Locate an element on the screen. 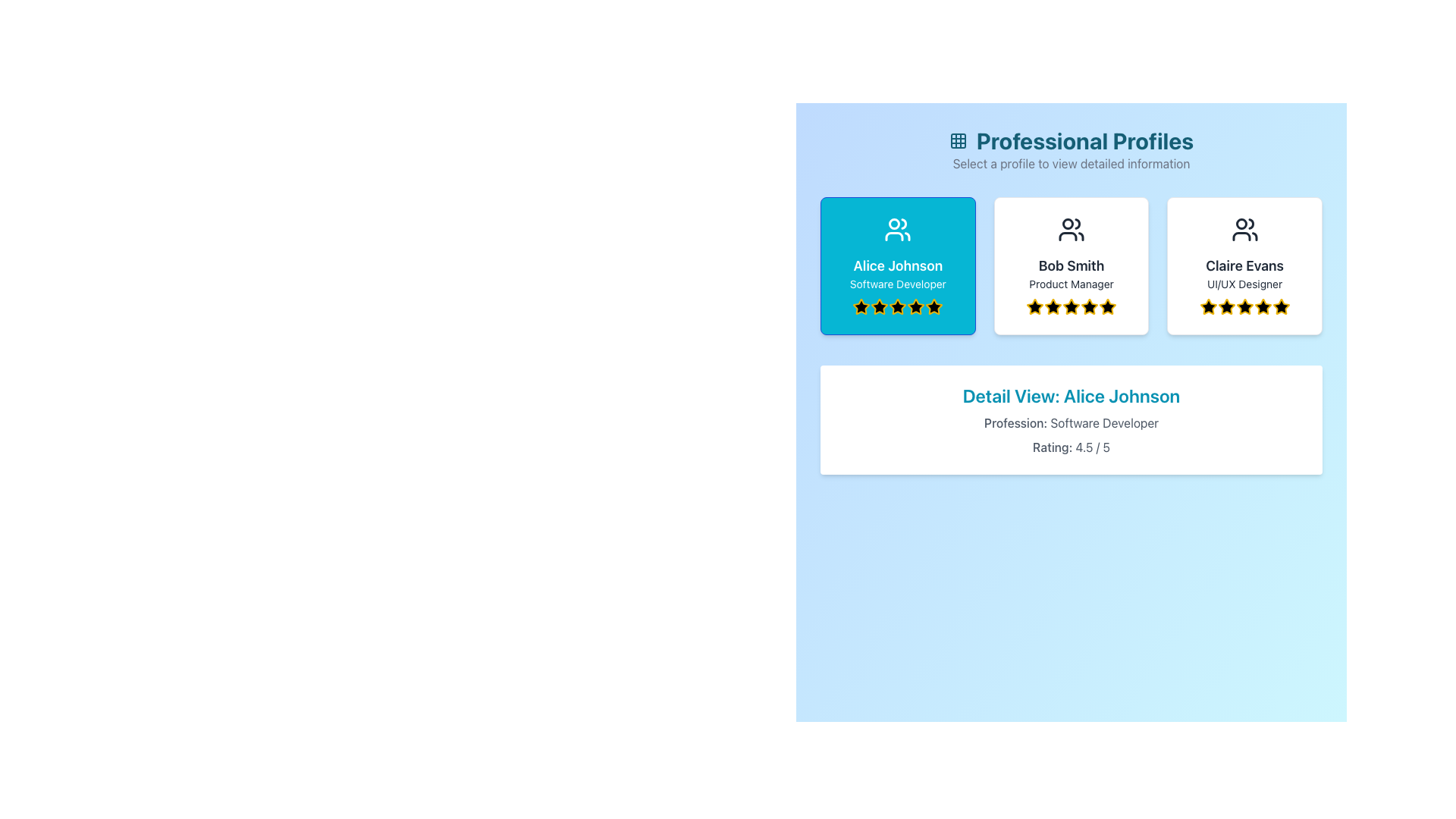 This screenshot has height=819, width=1456. text content of the Text Information element that informs the user about Alice Johnson's profession, located below the title 'Detail View: Alice Johnson' and above the 'Rating: 4.5 / 5' is located at coordinates (1070, 423).